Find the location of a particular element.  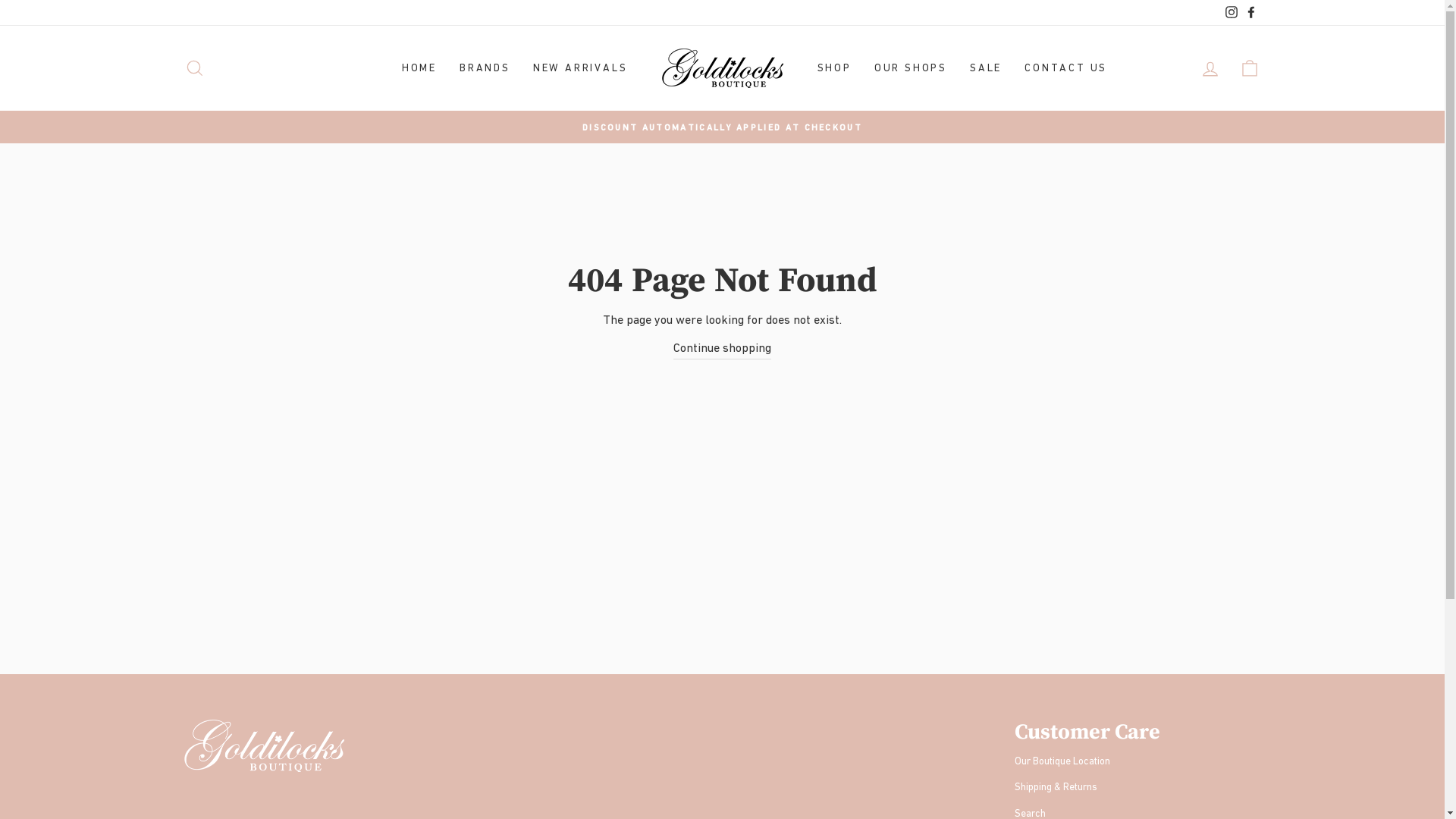

'Skip to content' is located at coordinates (0, 0).